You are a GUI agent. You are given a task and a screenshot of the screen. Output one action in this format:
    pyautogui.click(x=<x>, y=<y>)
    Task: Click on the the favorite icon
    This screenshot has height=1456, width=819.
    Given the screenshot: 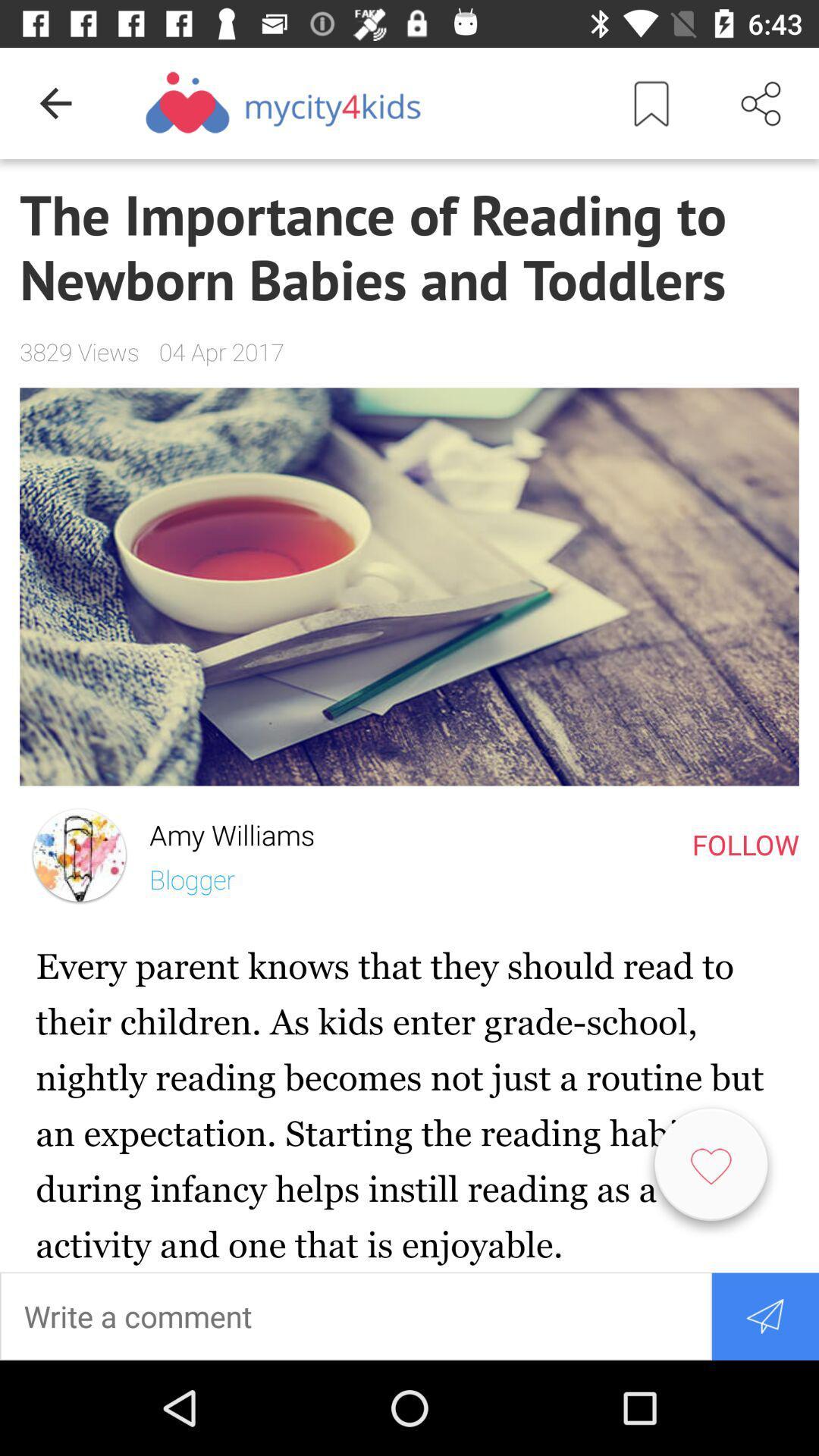 What is the action you would take?
    pyautogui.click(x=711, y=1169)
    